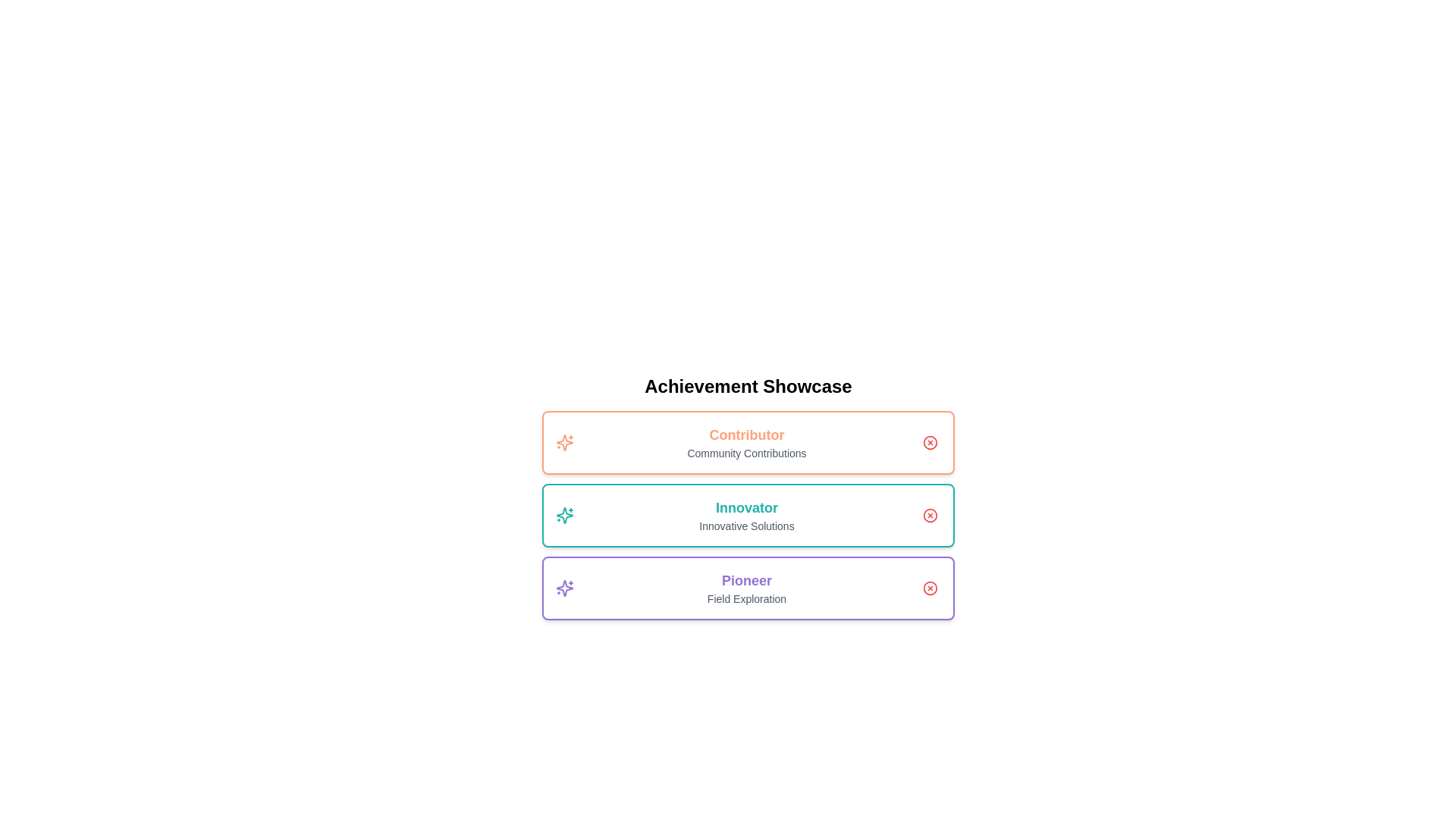  Describe the element at coordinates (748, 514) in the screenshot. I see `the achievement titled Innovator to inspect its details` at that location.